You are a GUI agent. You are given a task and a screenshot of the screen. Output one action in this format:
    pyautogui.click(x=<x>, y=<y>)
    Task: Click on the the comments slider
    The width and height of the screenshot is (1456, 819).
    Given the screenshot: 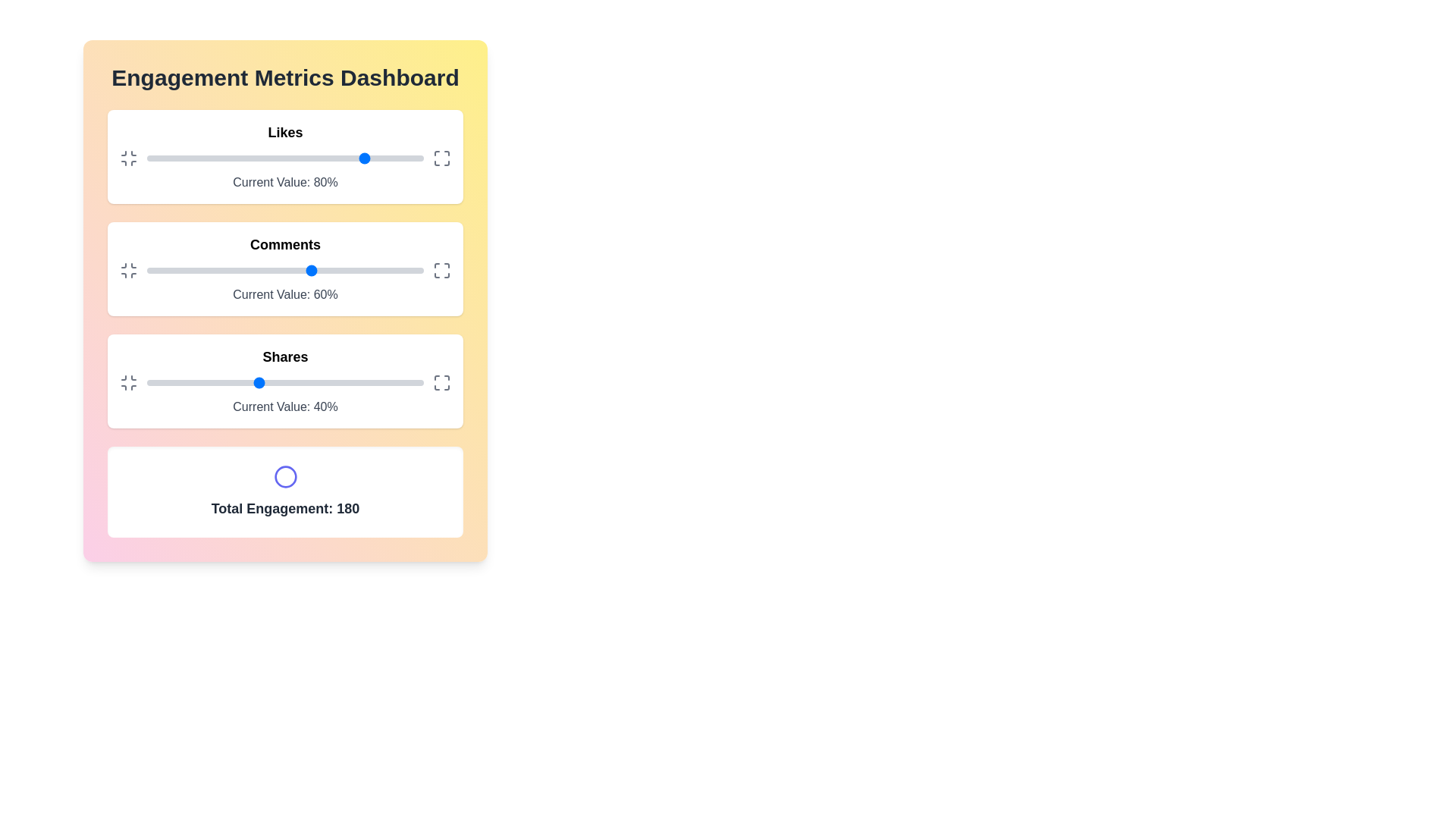 What is the action you would take?
    pyautogui.click(x=163, y=270)
    